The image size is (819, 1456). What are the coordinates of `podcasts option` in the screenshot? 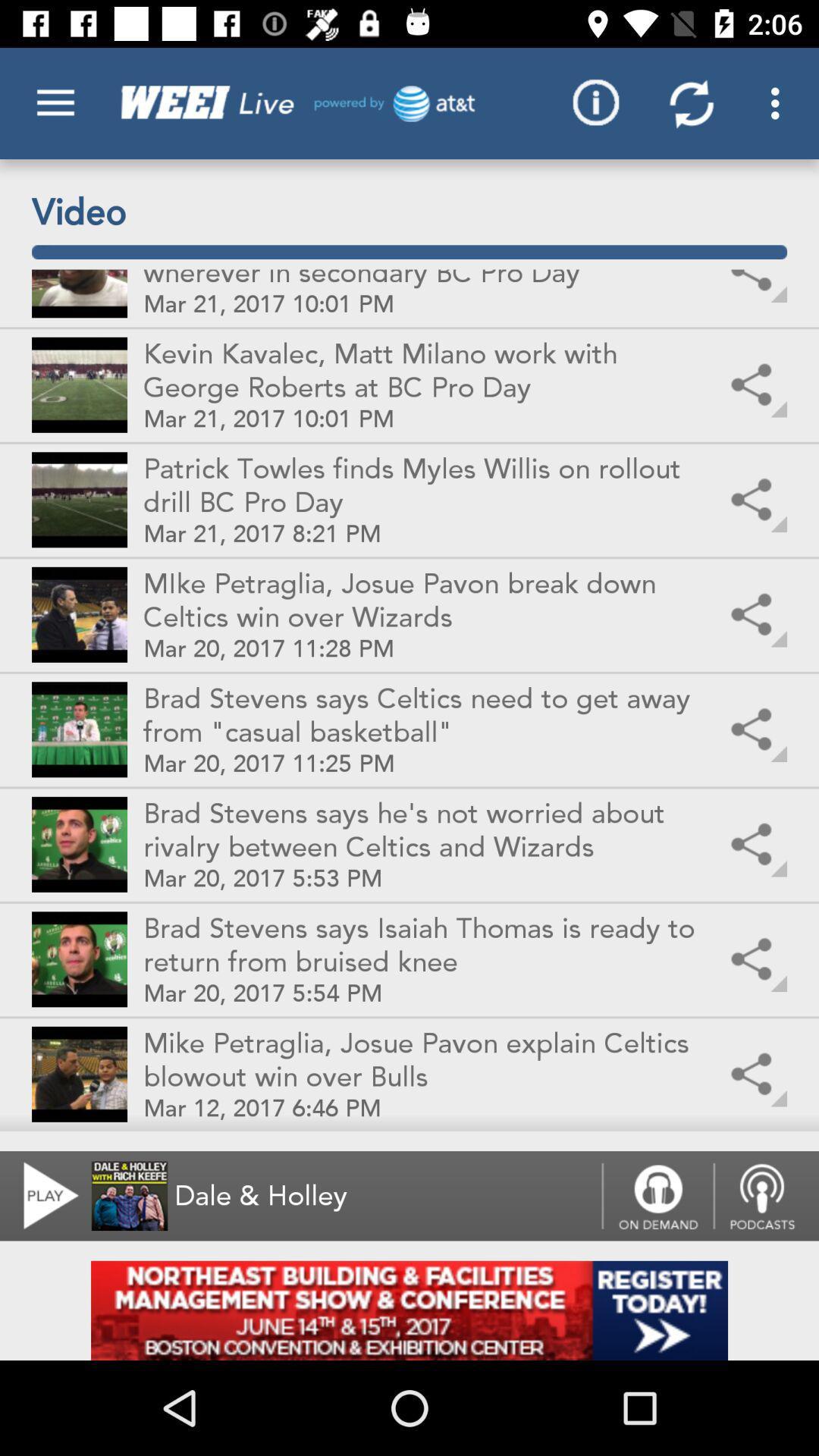 It's located at (766, 1195).